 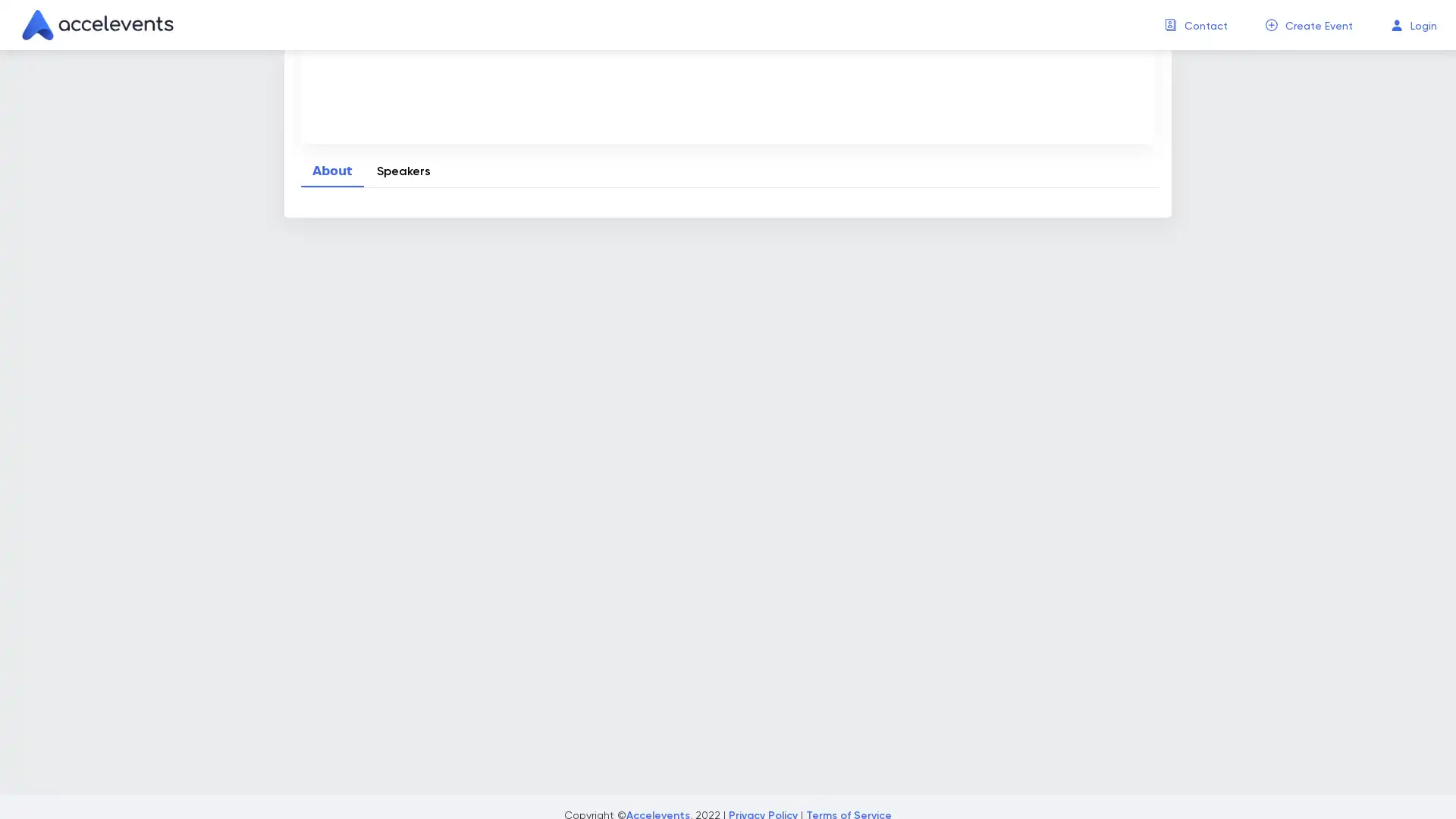 What do you see at coordinates (1423, 26) in the screenshot?
I see `Login` at bounding box center [1423, 26].